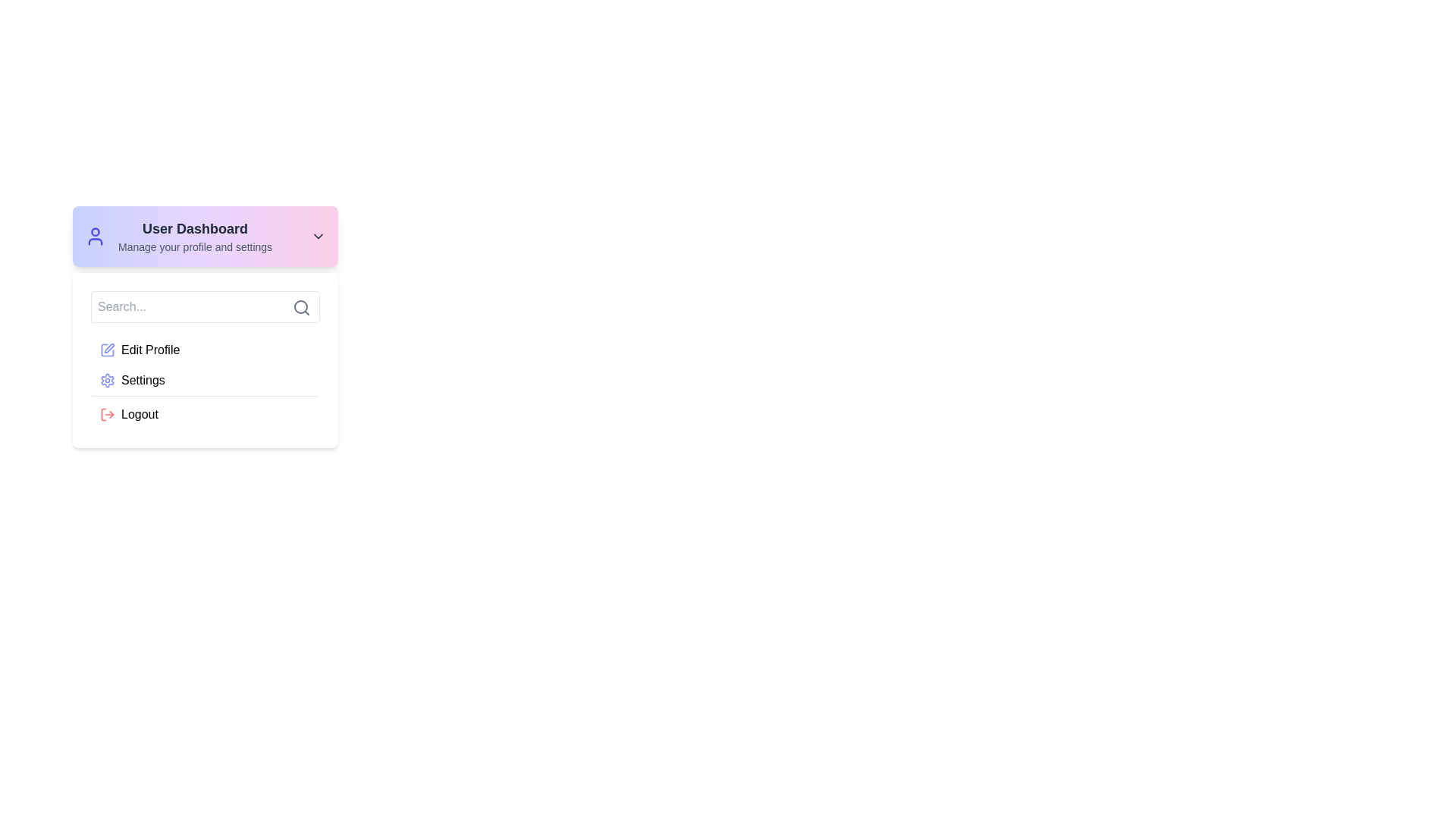 This screenshot has height=819, width=1456. What do you see at coordinates (204, 412) in the screenshot?
I see `the log-out button located at the bottom of the vertical list of options under the 'User Dashboard' section, which is the third option below 'Edit Profile' and 'Settings.'` at bounding box center [204, 412].